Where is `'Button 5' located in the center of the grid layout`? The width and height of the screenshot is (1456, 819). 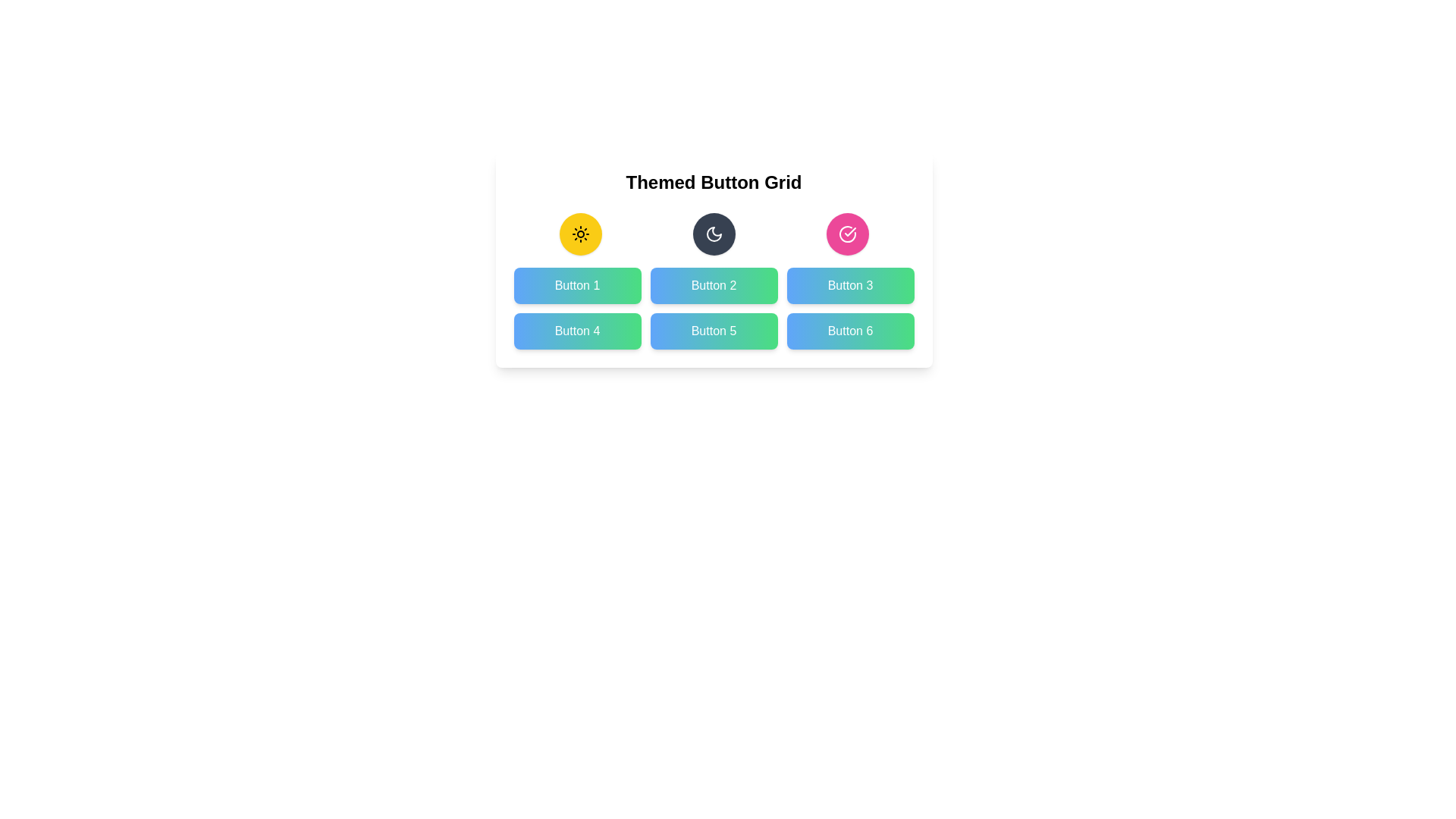 'Button 5' located in the center of the grid layout is located at coordinates (713, 308).